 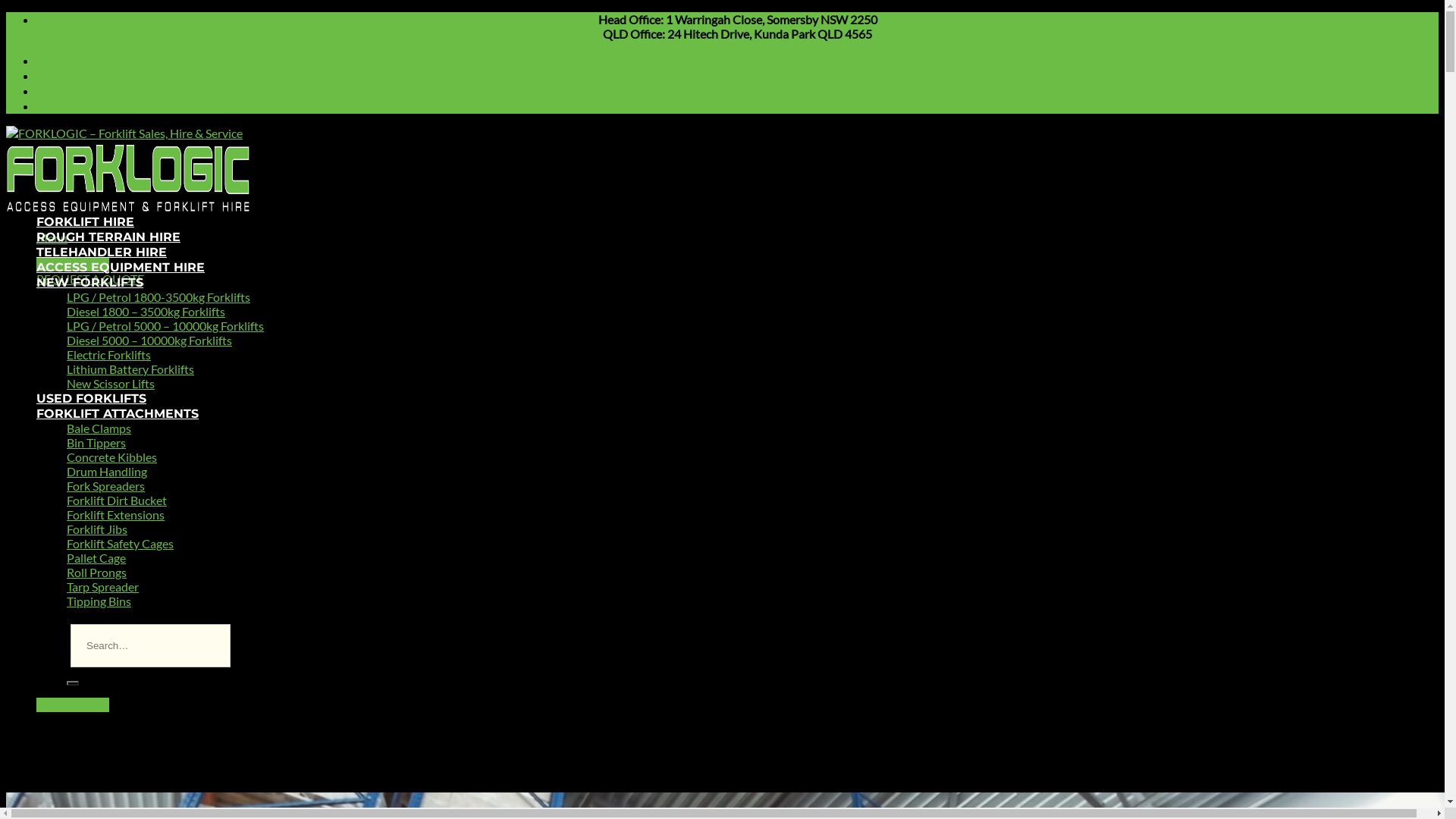 What do you see at coordinates (72, 683) in the screenshot?
I see `'Search'` at bounding box center [72, 683].